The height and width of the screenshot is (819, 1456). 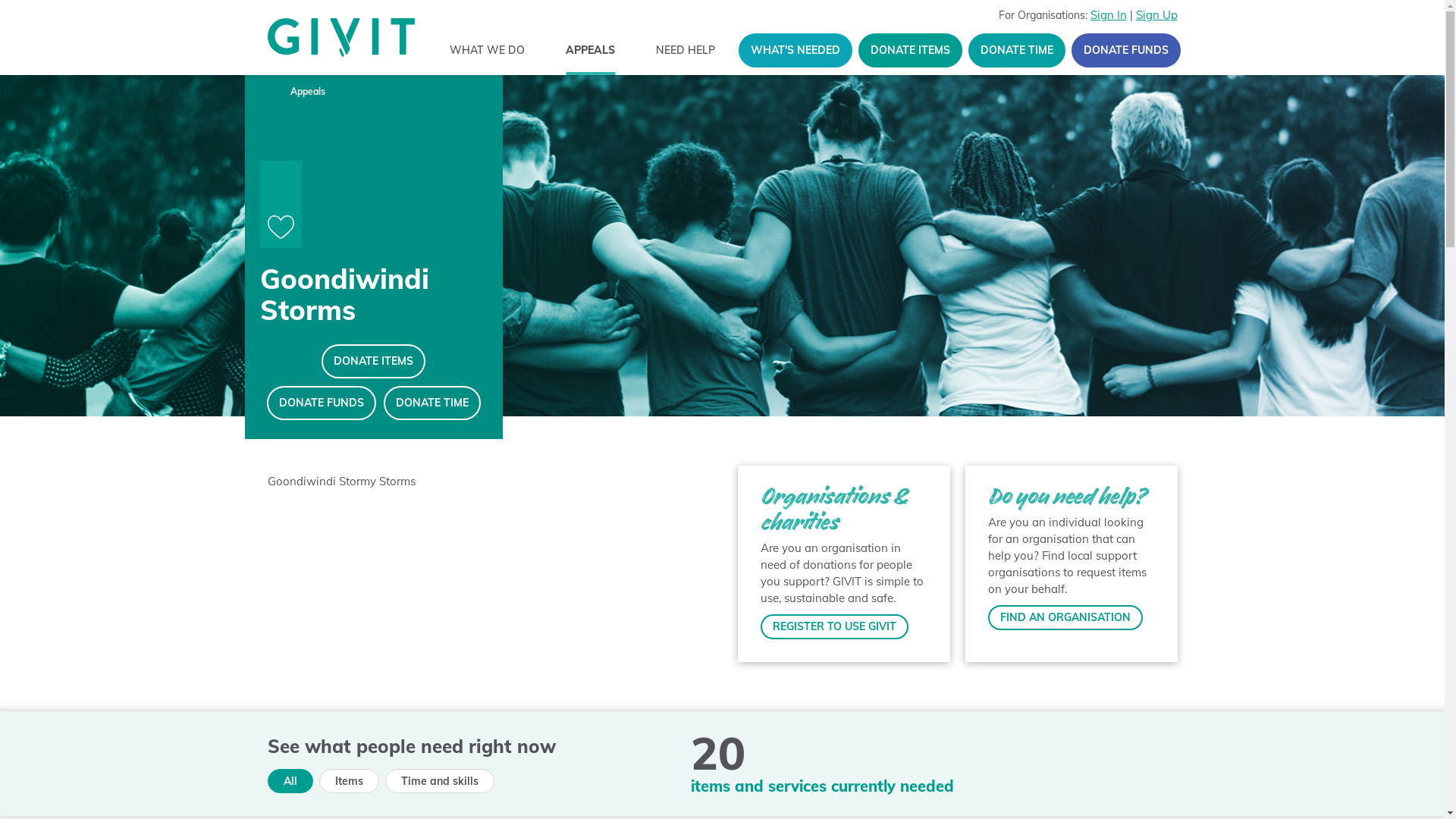 I want to click on 'FIND AN ORGANISATION', so click(x=1063, y=617).